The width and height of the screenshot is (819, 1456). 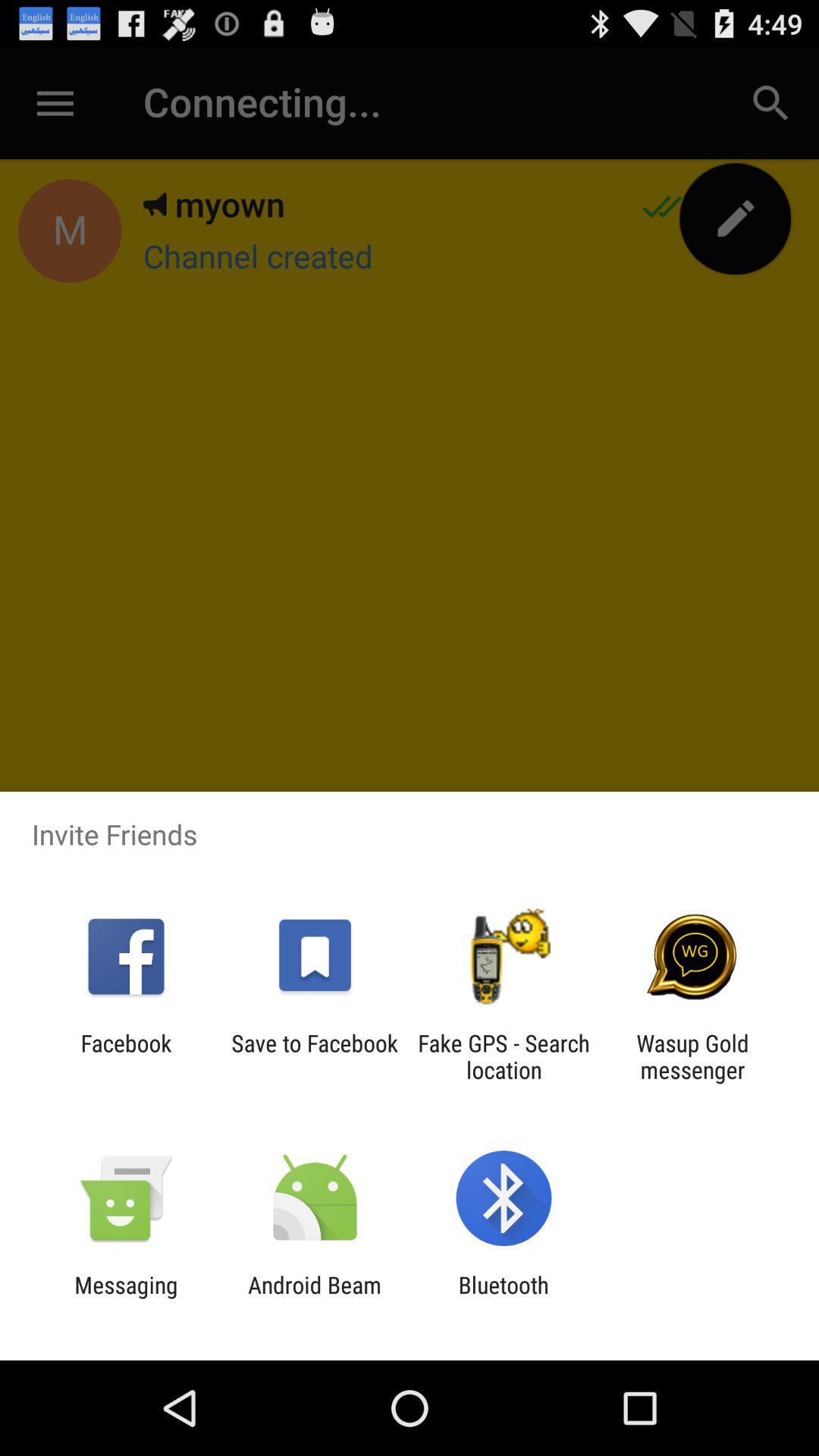 What do you see at coordinates (125, 1298) in the screenshot?
I see `messaging icon` at bounding box center [125, 1298].